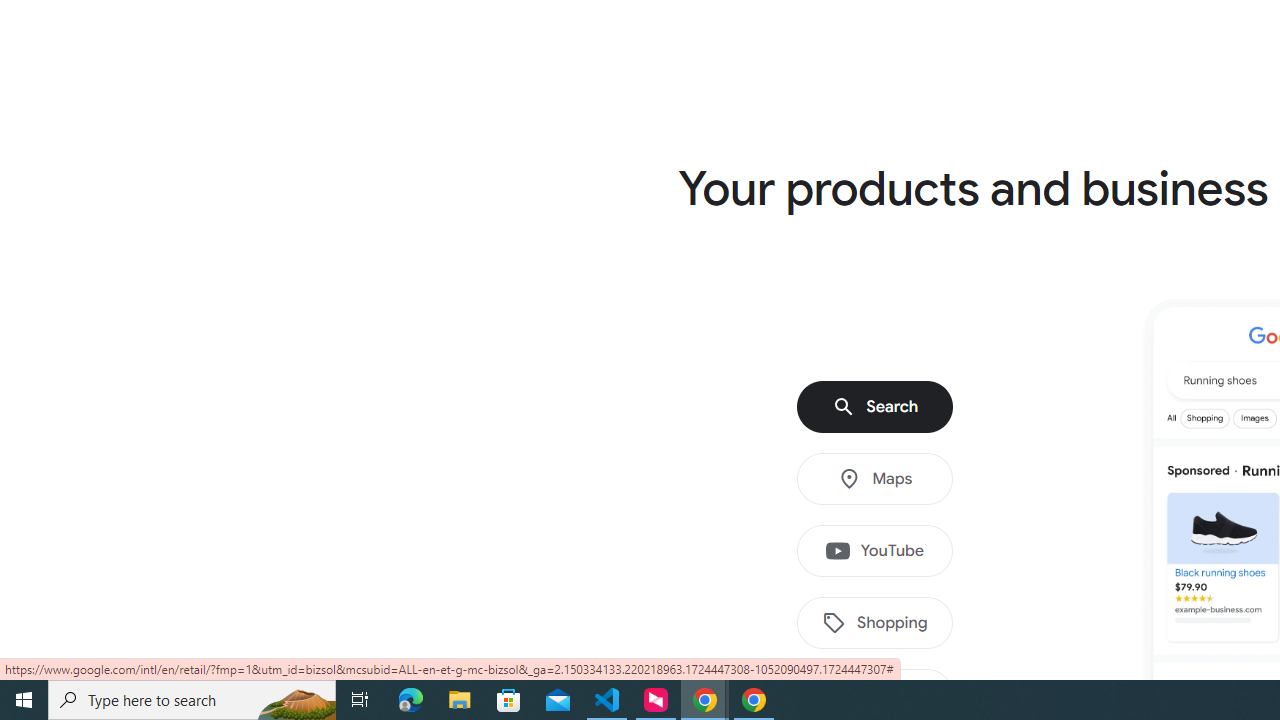 This screenshot has height=720, width=1280. What do you see at coordinates (875, 479) in the screenshot?
I see `'Maps'` at bounding box center [875, 479].